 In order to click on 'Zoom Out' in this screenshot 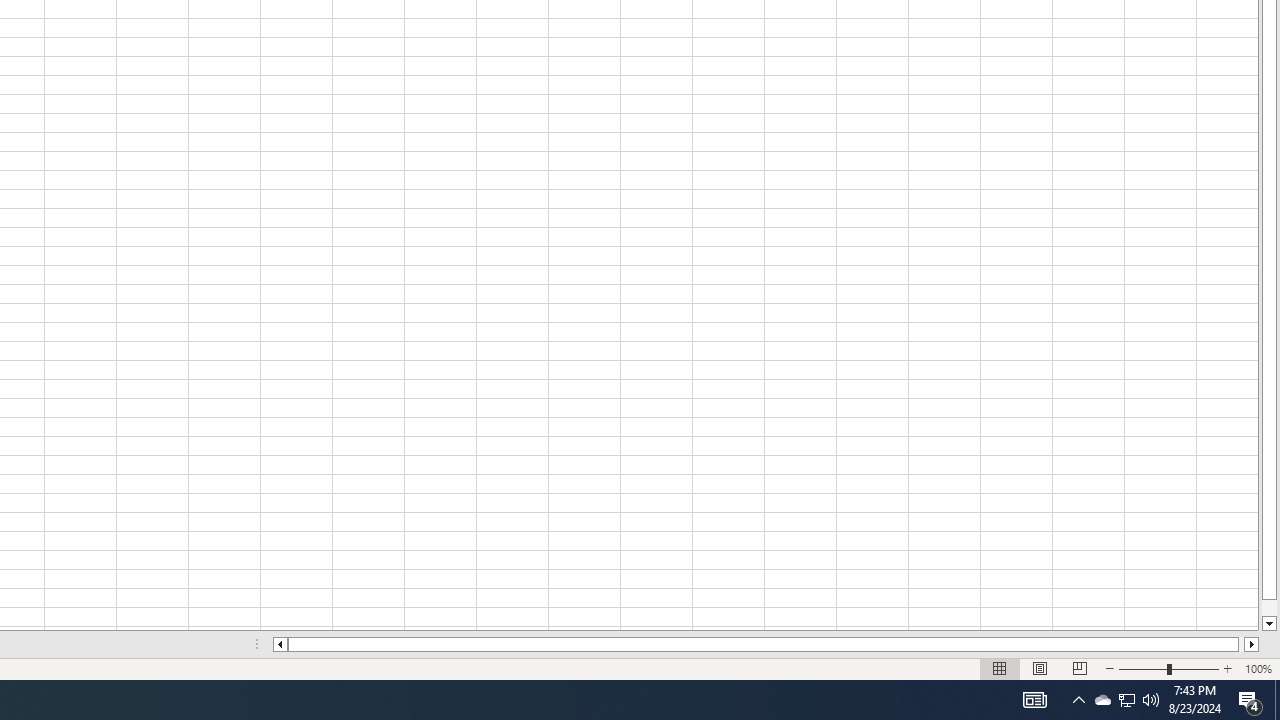, I will do `click(1143, 669)`.